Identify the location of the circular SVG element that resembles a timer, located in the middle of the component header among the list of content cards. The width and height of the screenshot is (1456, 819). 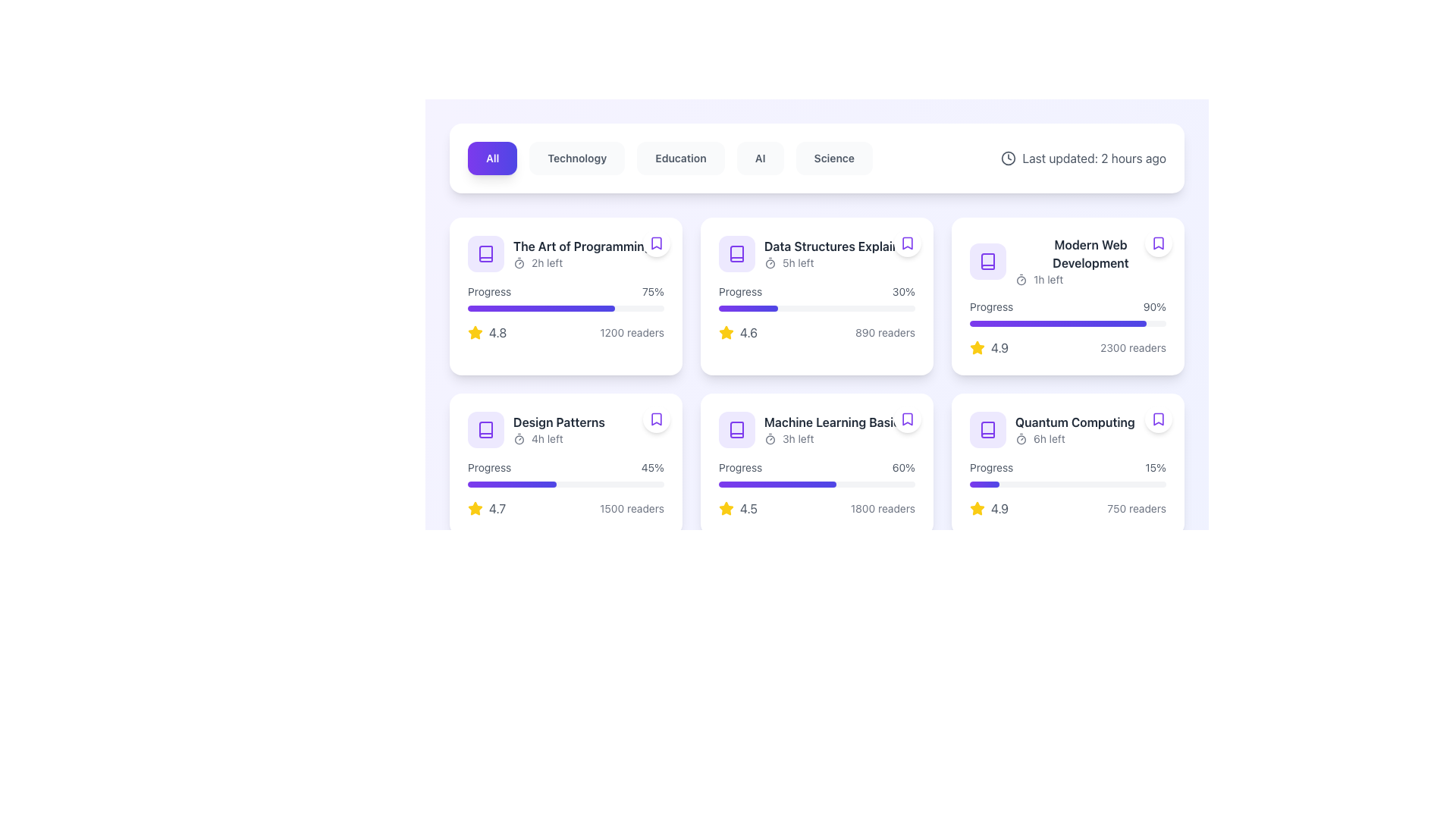
(1021, 281).